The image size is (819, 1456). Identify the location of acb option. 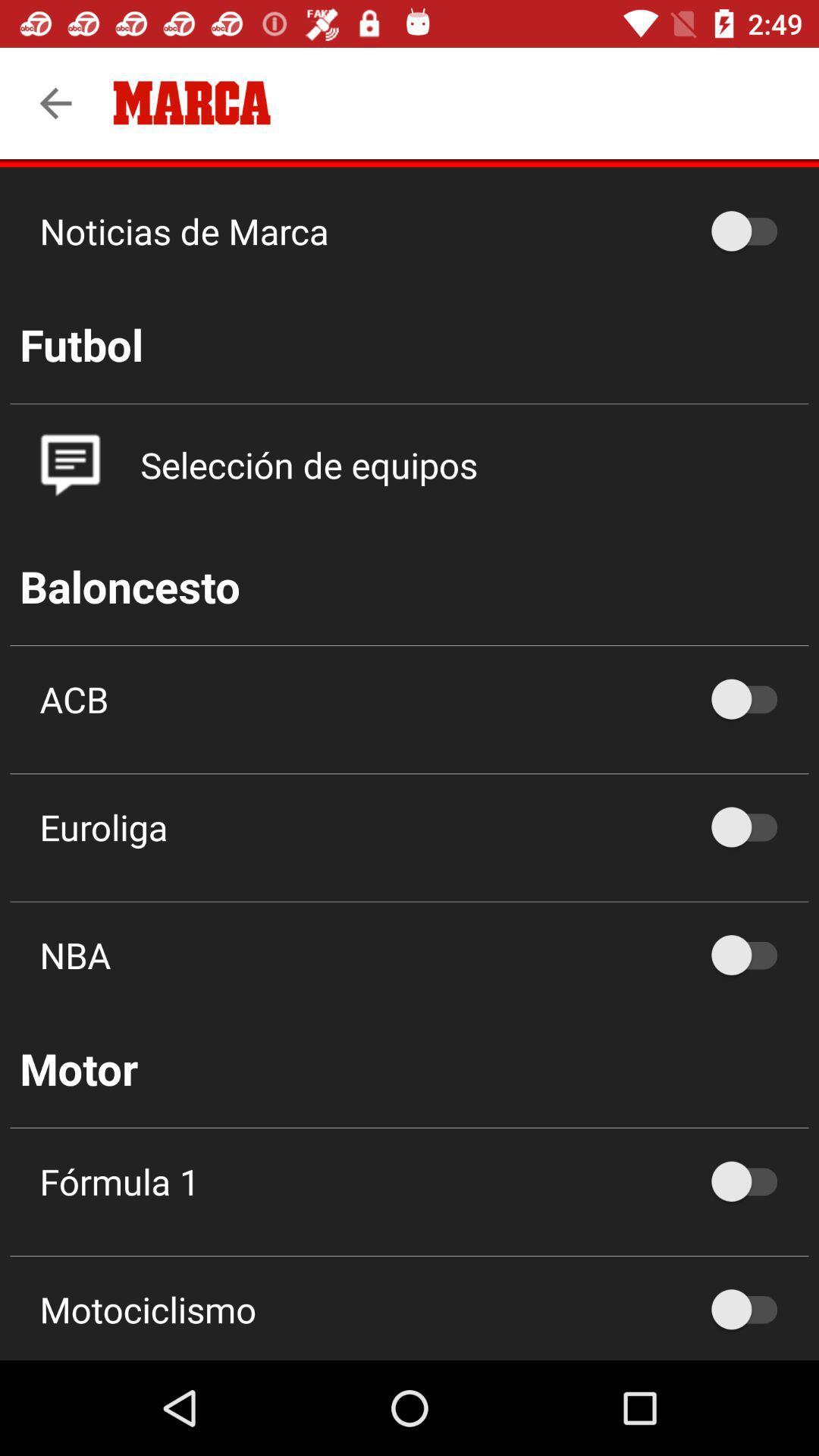
(752, 698).